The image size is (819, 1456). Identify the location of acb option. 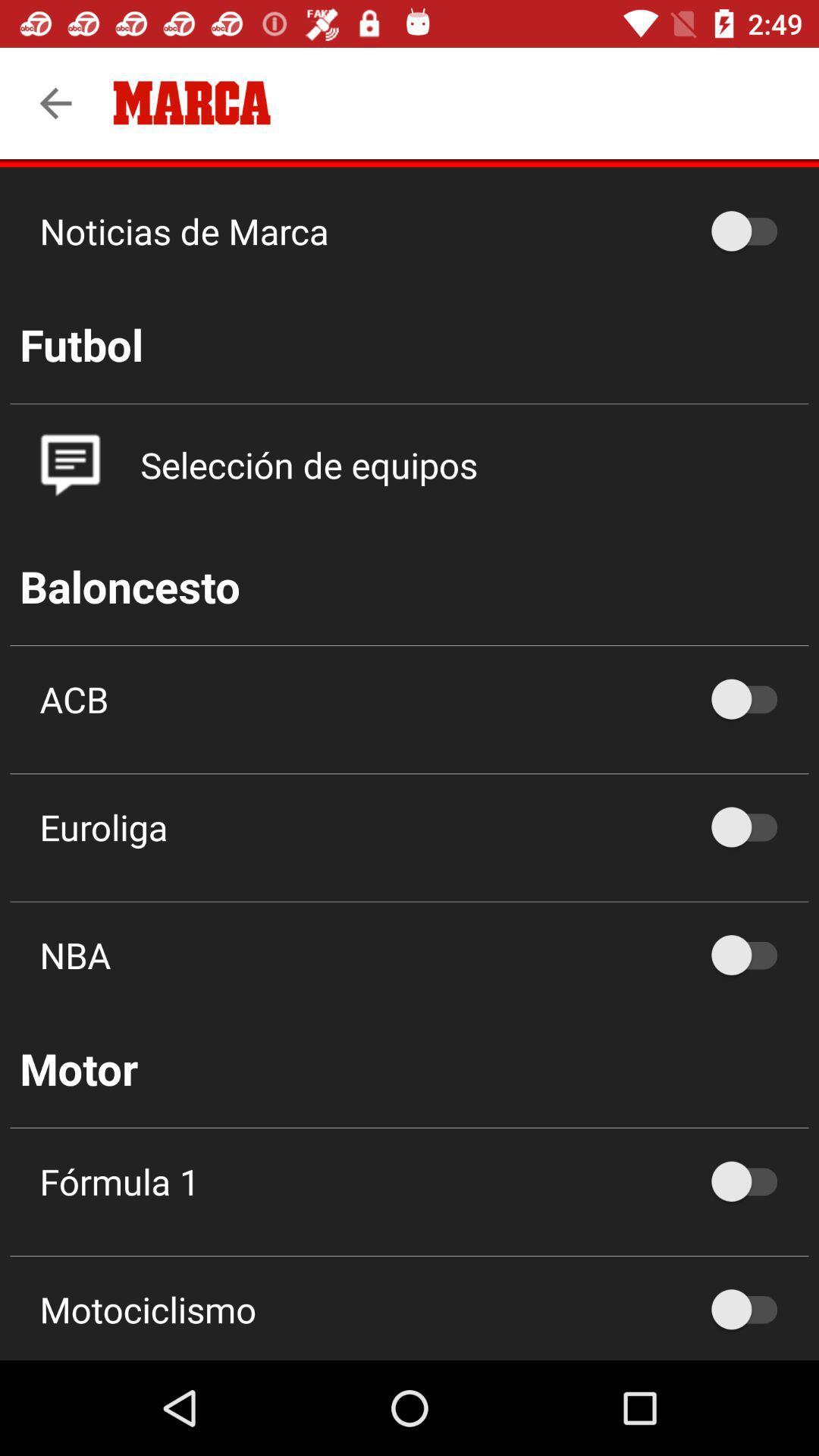
(752, 698).